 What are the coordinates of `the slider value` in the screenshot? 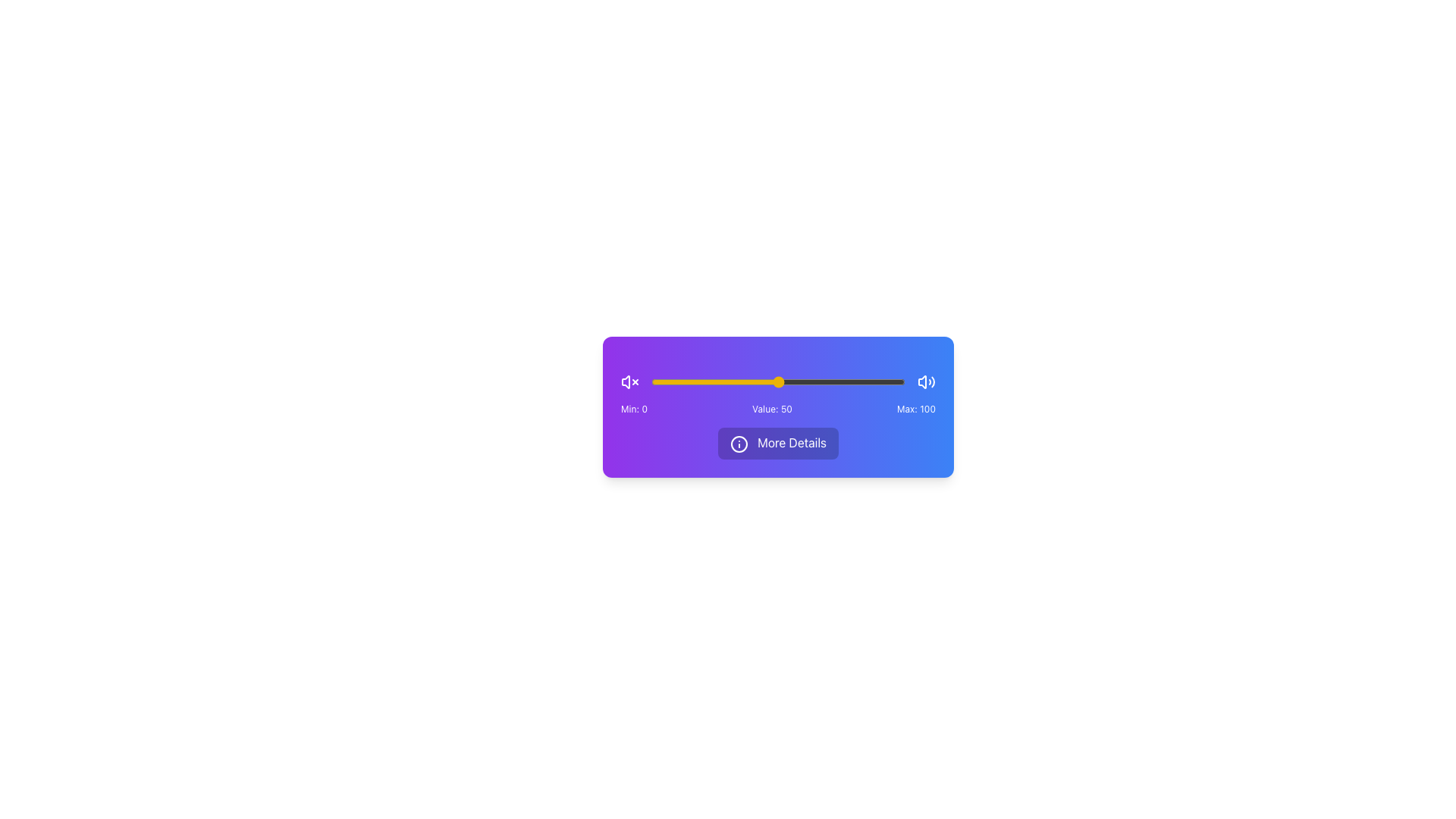 It's located at (709, 381).